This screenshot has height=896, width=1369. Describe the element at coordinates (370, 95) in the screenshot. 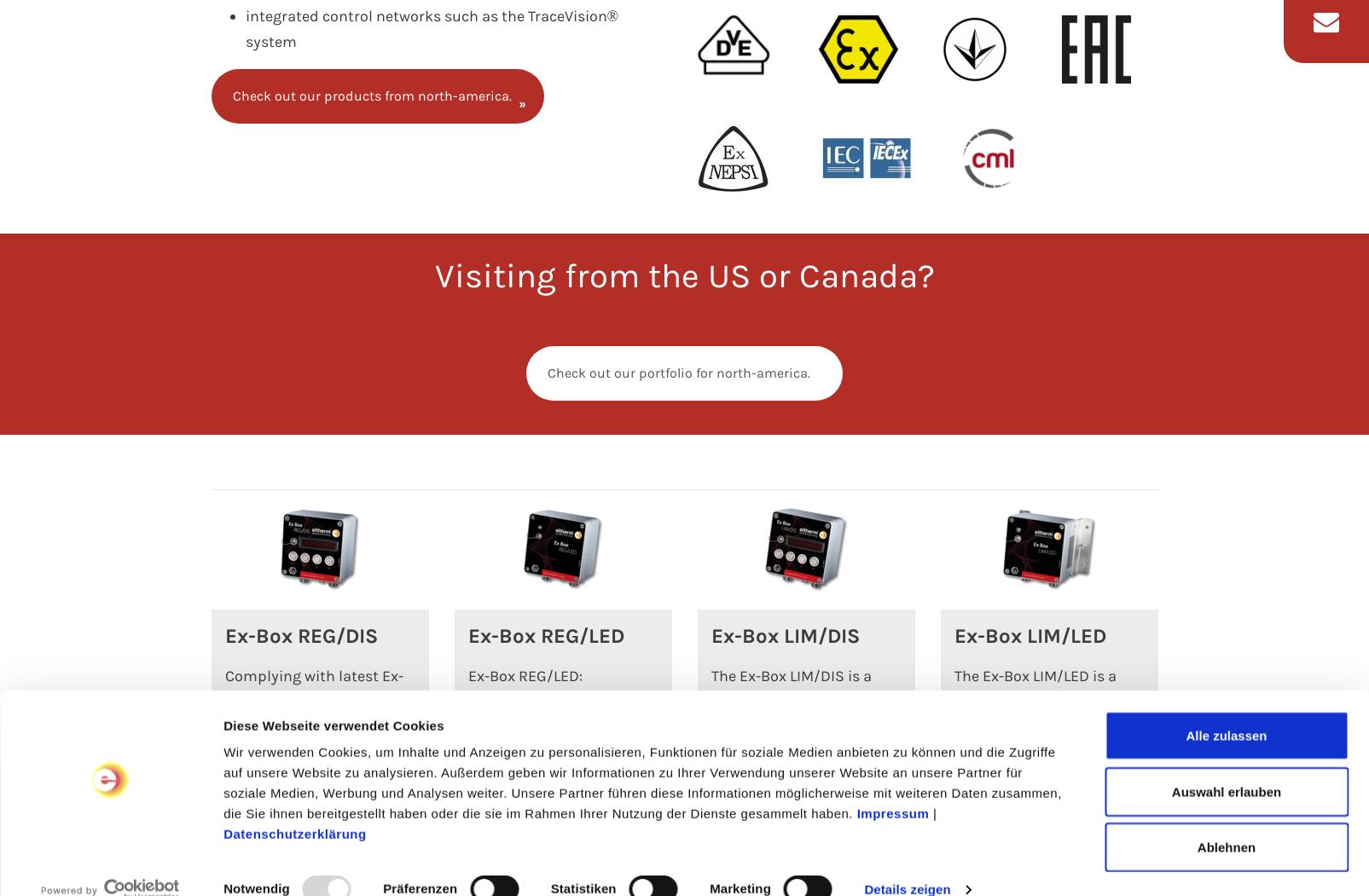

I see `'Check out our products from north-america.'` at that location.